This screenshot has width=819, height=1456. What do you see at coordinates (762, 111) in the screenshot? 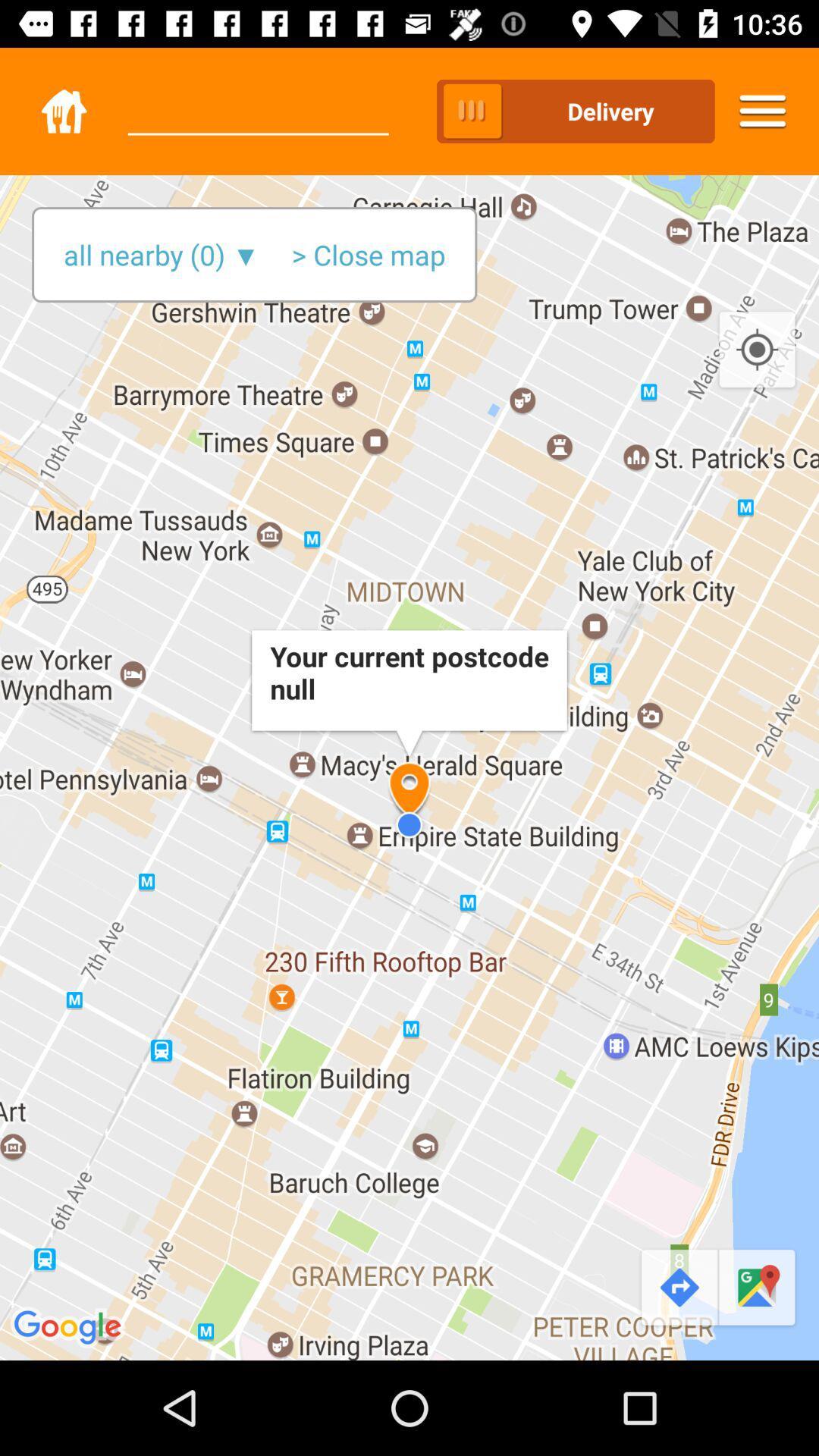
I see `icon to the right of delivery item` at bounding box center [762, 111].